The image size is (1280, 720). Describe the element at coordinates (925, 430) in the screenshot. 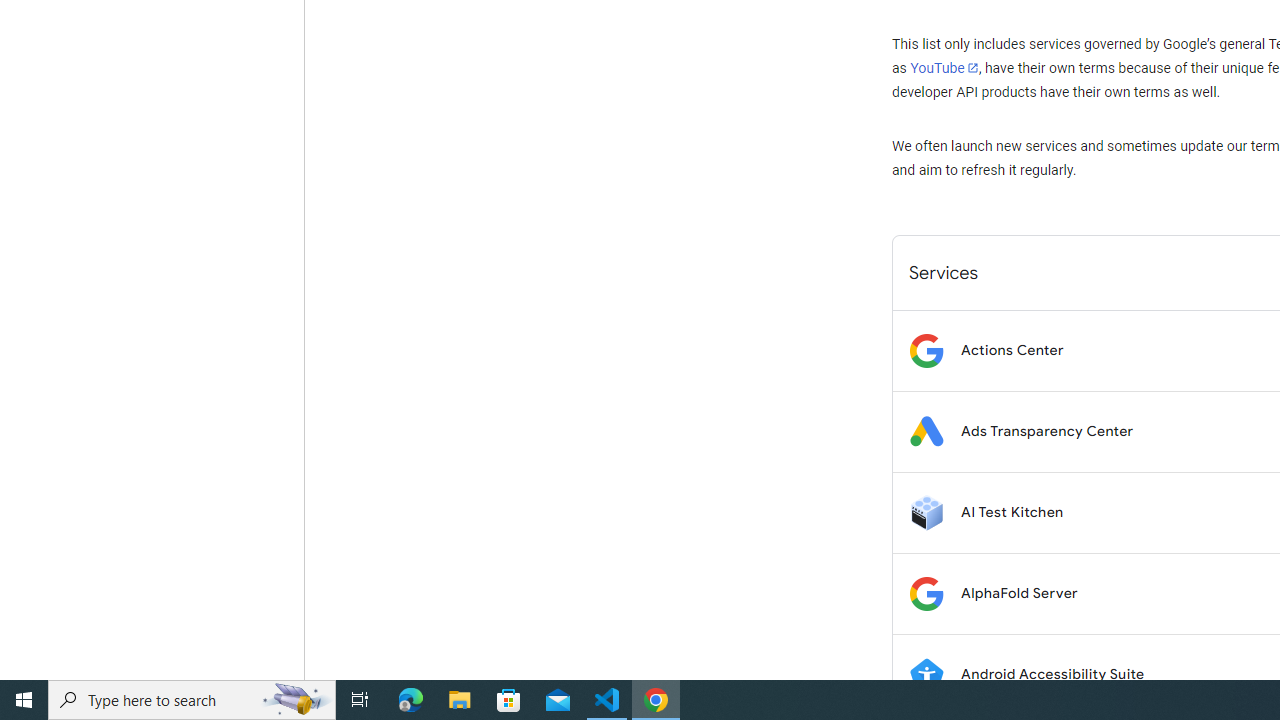

I see `'Logo for Ads Transparency Center'` at that location.